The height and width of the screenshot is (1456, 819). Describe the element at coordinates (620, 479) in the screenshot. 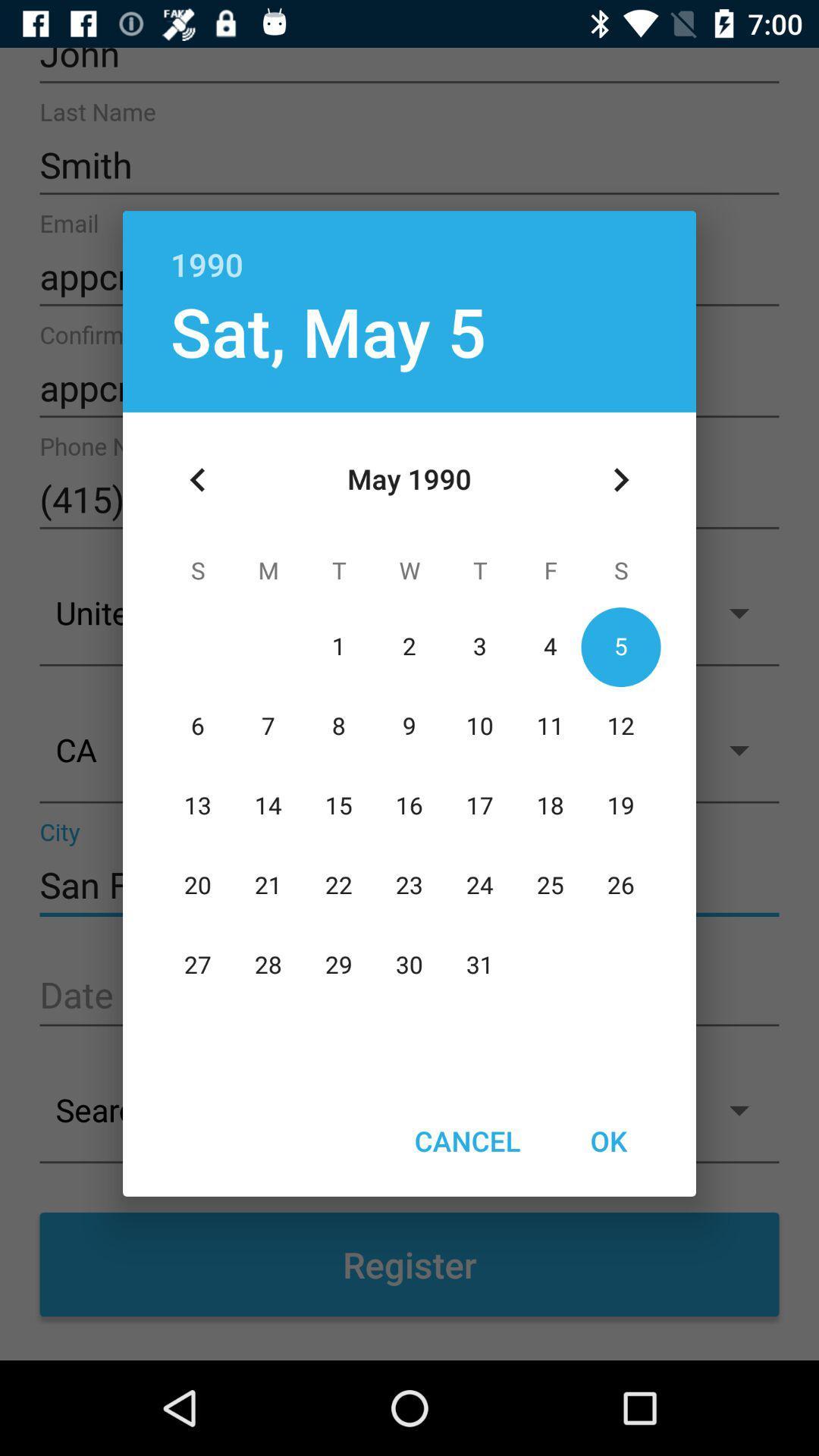

I see `item below 1990 item` at that location.